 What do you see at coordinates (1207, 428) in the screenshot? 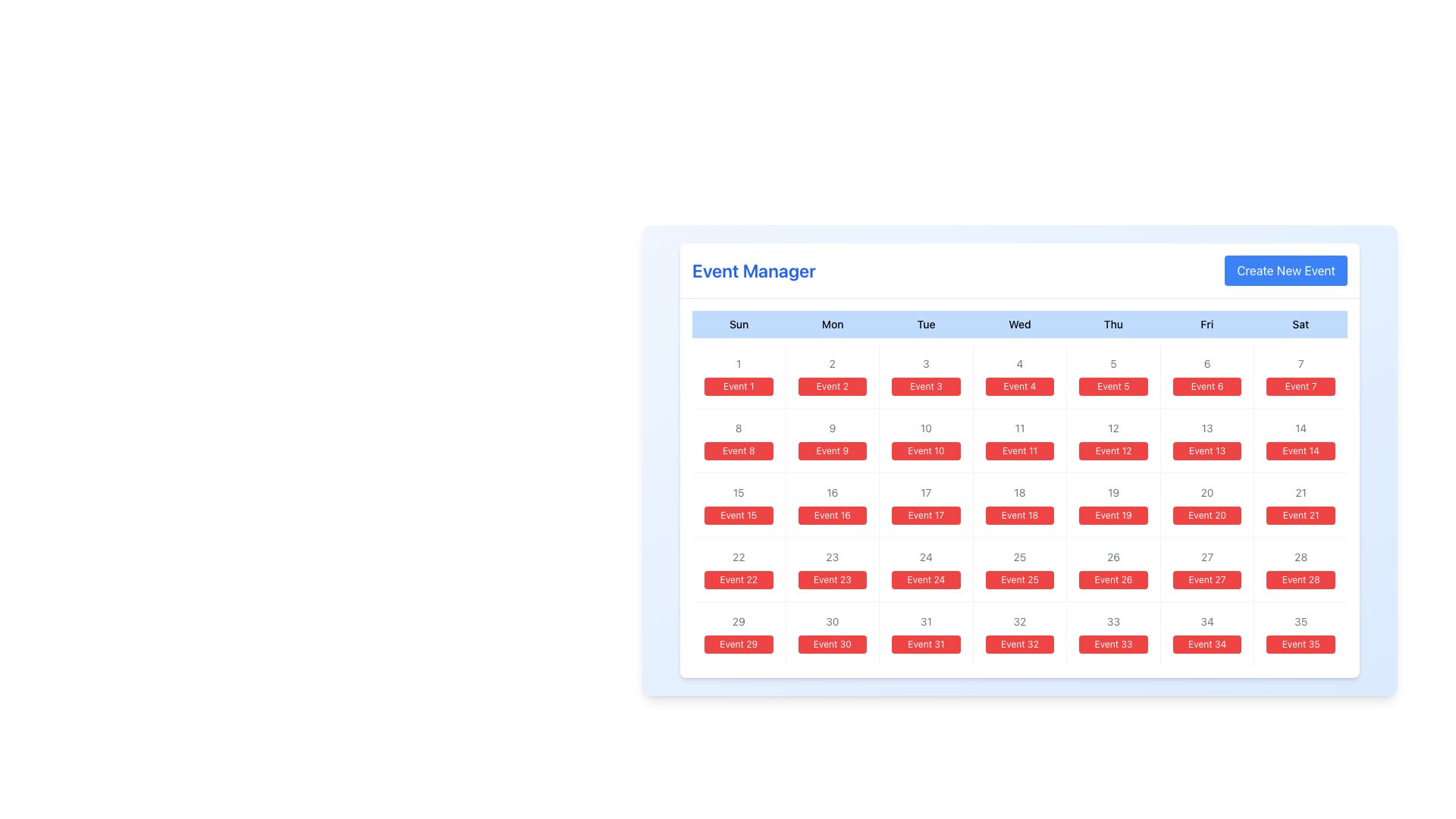
I see `the gray number '13' text label displayed above the red button labeled 'Event 13' in the calendar layout for the 13th day, located in the Friday column of the second week` at bounding box center [1207, 428].